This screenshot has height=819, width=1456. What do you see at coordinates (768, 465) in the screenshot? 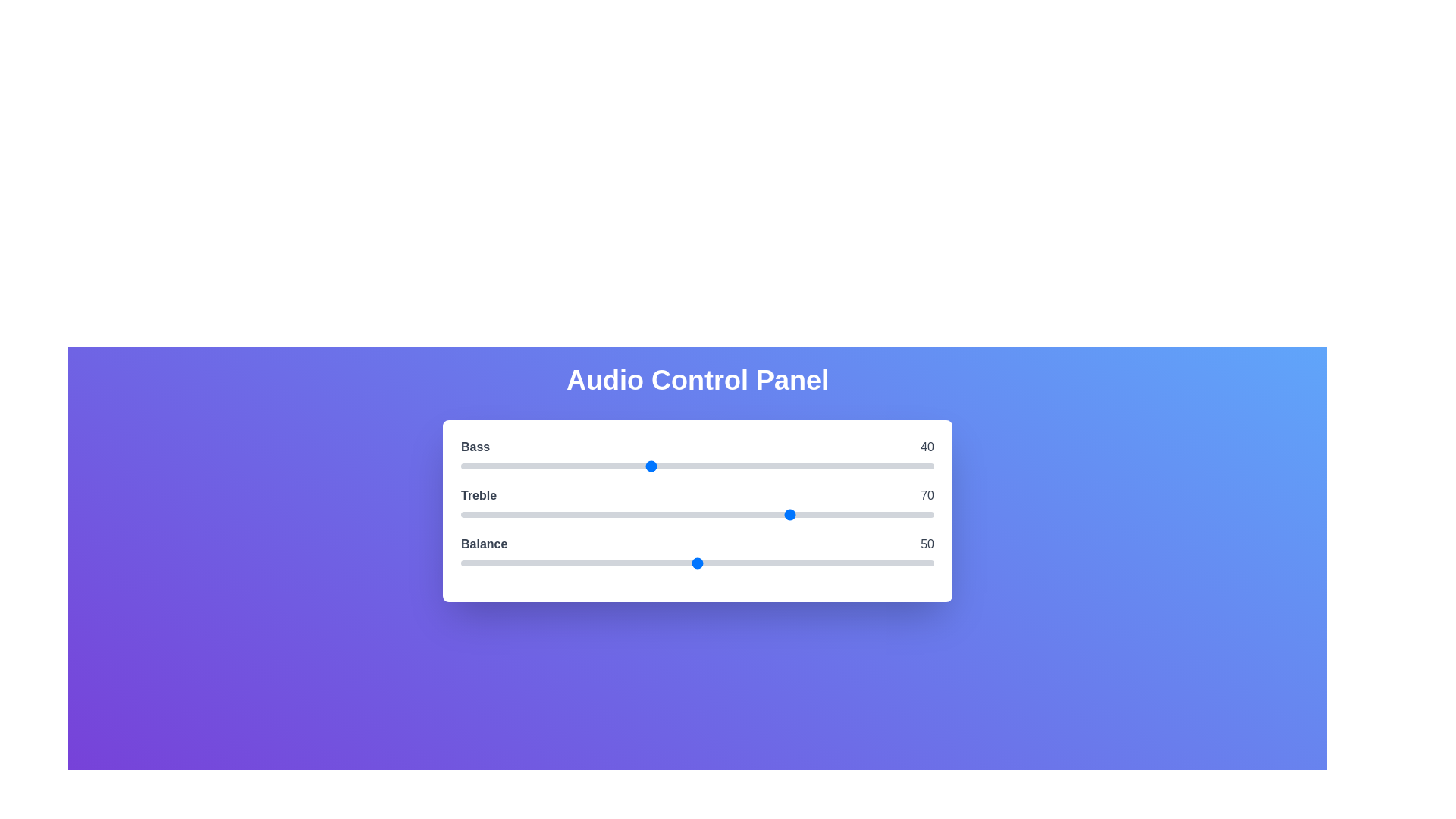
I see `the 0 slider to 65` at bounding box center [768, 465].